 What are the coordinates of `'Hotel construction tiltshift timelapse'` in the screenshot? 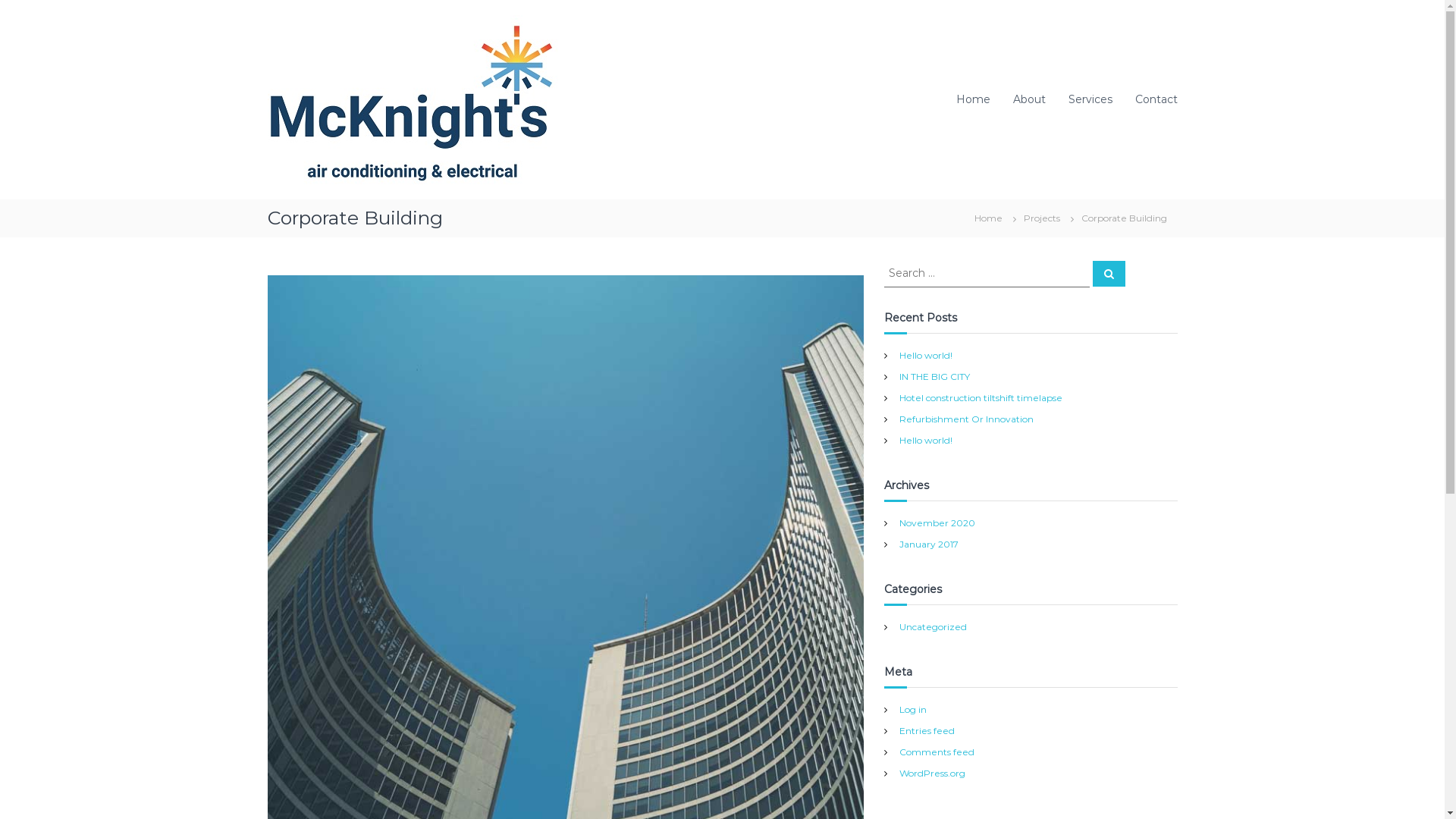 It's located at (899, 396).